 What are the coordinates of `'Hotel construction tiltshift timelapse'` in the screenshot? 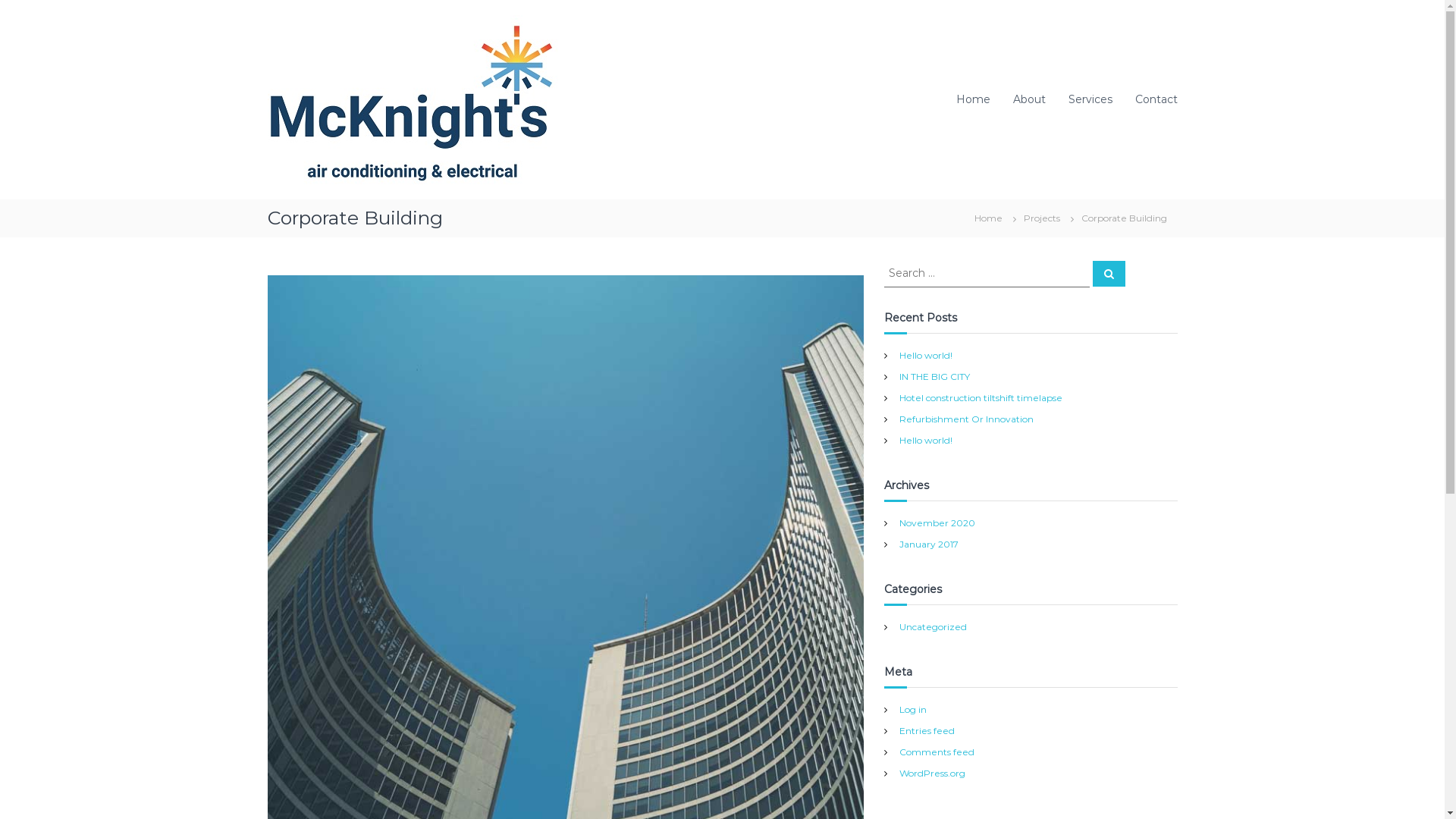 It's located at (899, 396).